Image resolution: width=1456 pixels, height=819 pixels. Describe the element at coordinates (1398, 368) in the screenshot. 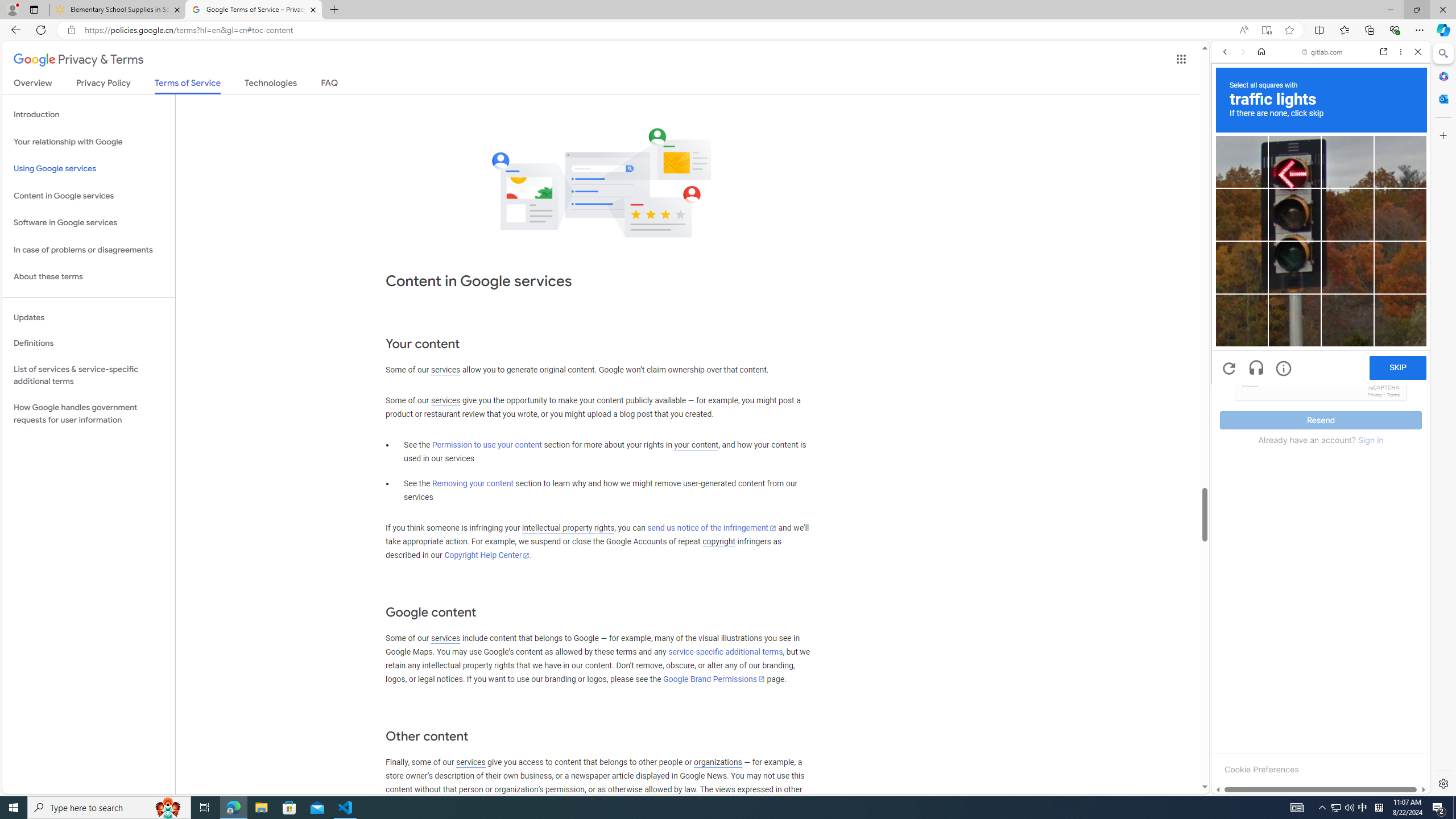

I see `'SKIP'` at that location.